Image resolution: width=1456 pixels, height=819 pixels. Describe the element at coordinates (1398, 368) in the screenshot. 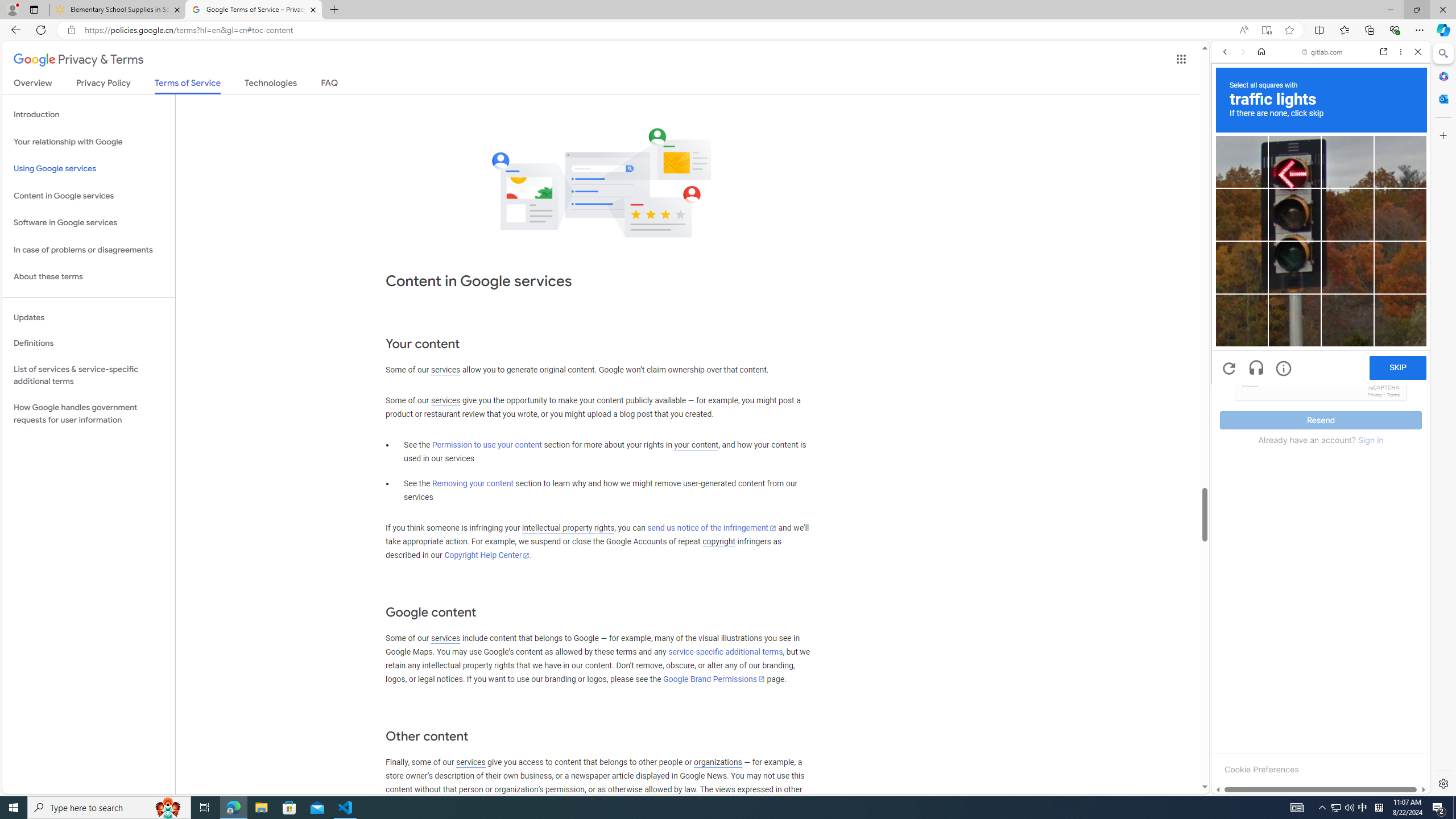

I see `'SKIP'` at that location.